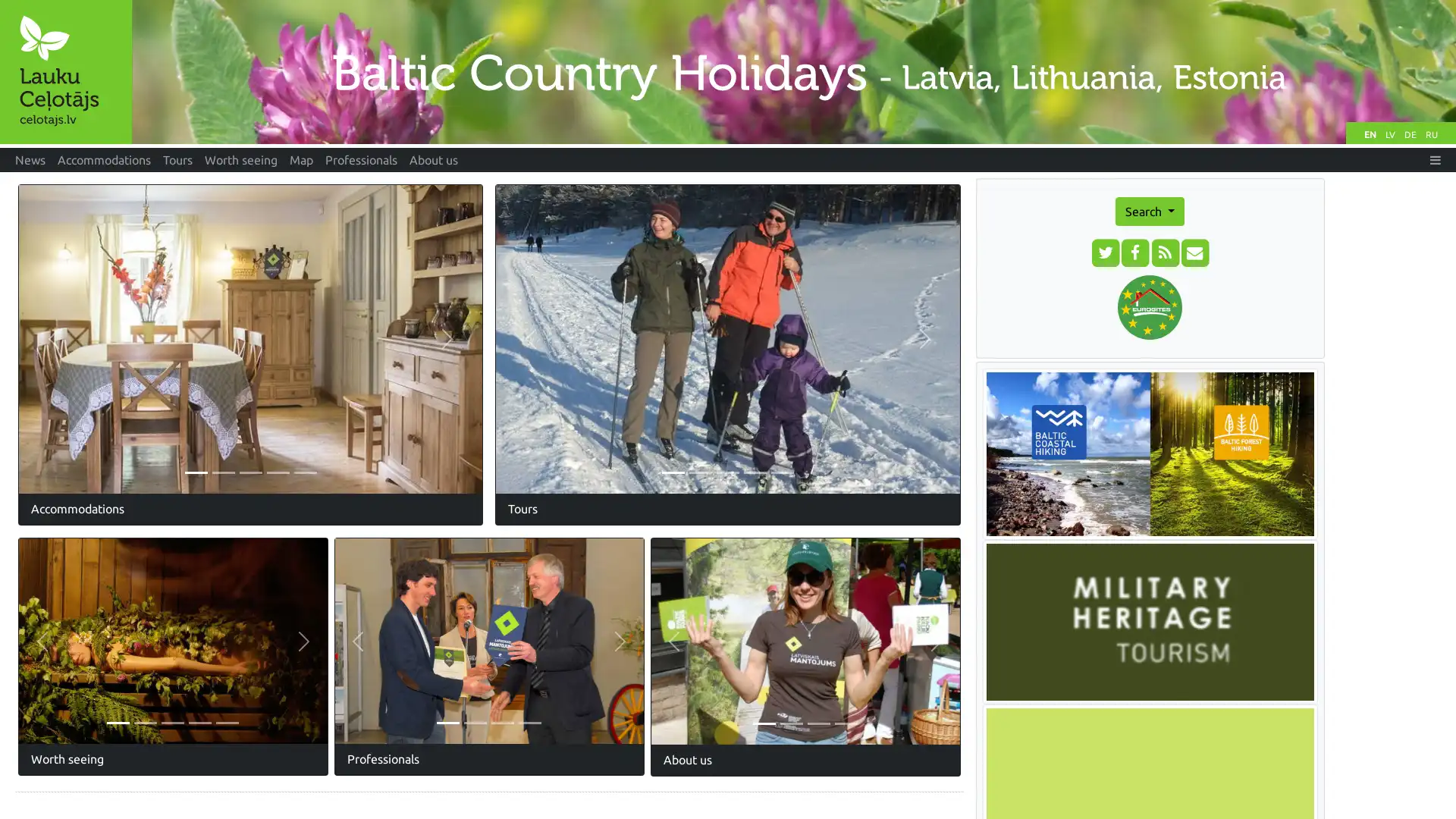  What do you see at coordinates (356, 641) in the screenshot?
I see `Previous` at bounding box center [356, 641].